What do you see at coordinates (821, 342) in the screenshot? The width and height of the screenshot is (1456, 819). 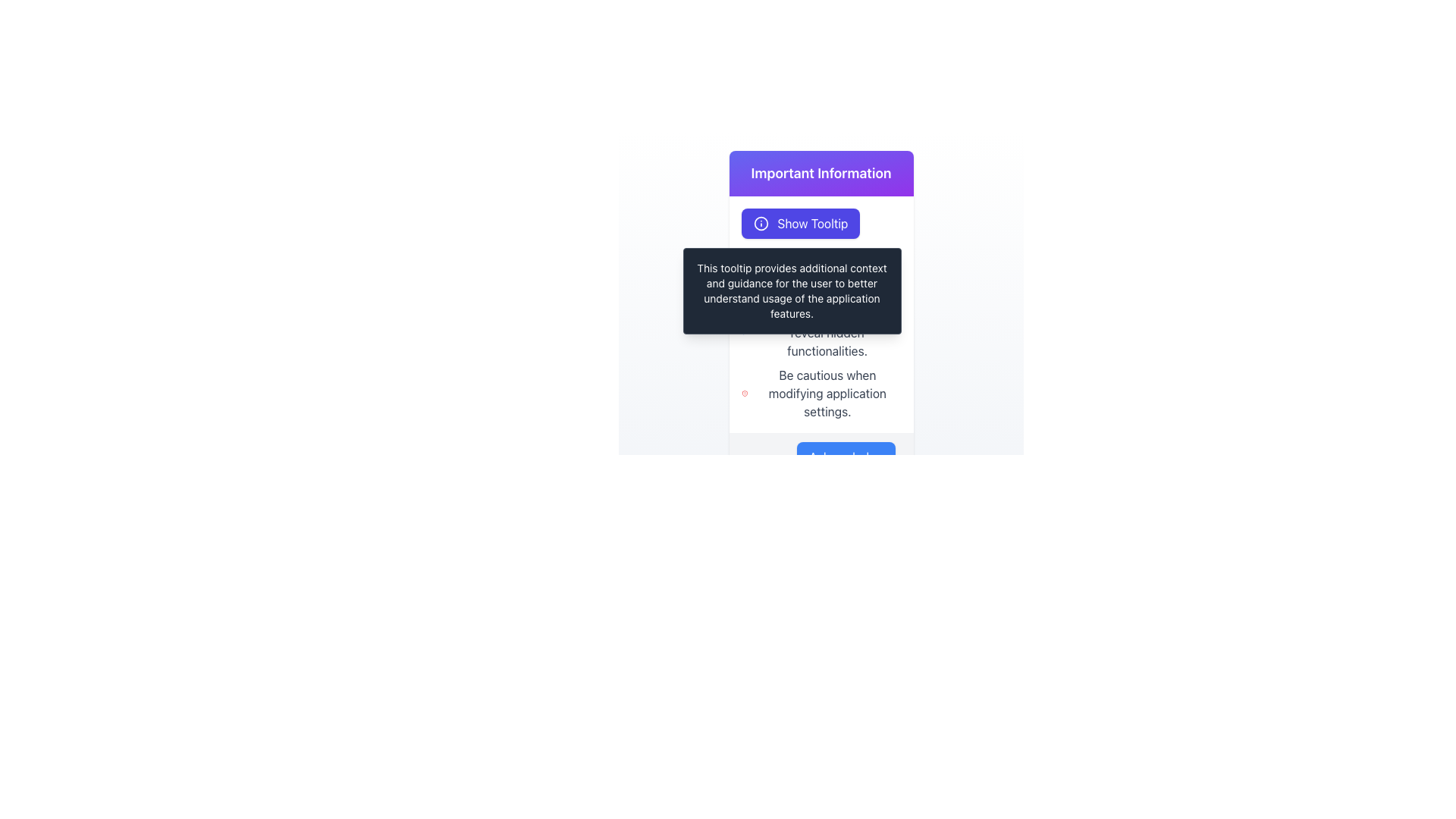 I see `informational text displayed in the Text Block, which provides best practices and cautionary notes for the application` at bounding box center [821, 342].